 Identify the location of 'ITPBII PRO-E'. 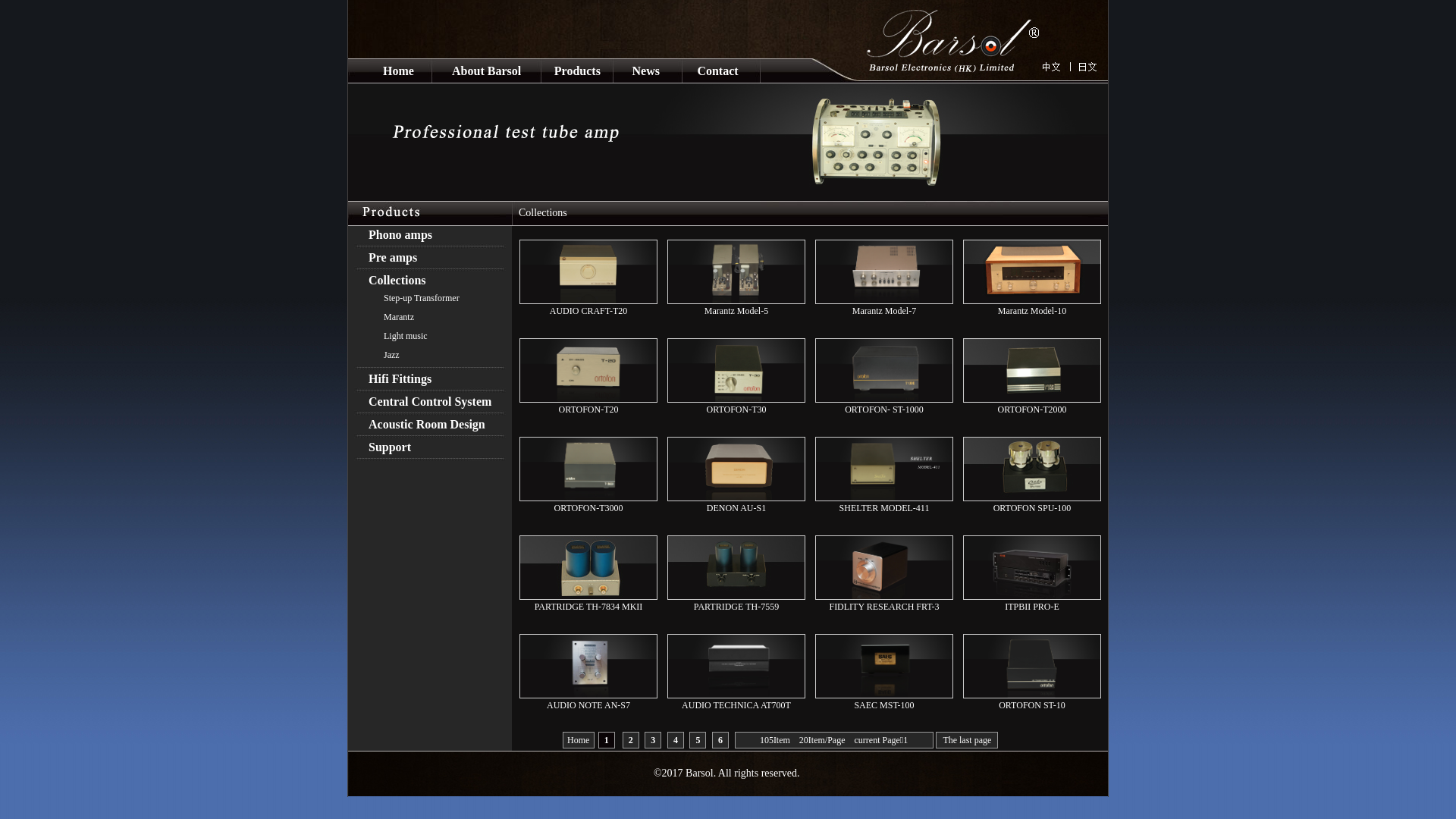
(1031, 605).